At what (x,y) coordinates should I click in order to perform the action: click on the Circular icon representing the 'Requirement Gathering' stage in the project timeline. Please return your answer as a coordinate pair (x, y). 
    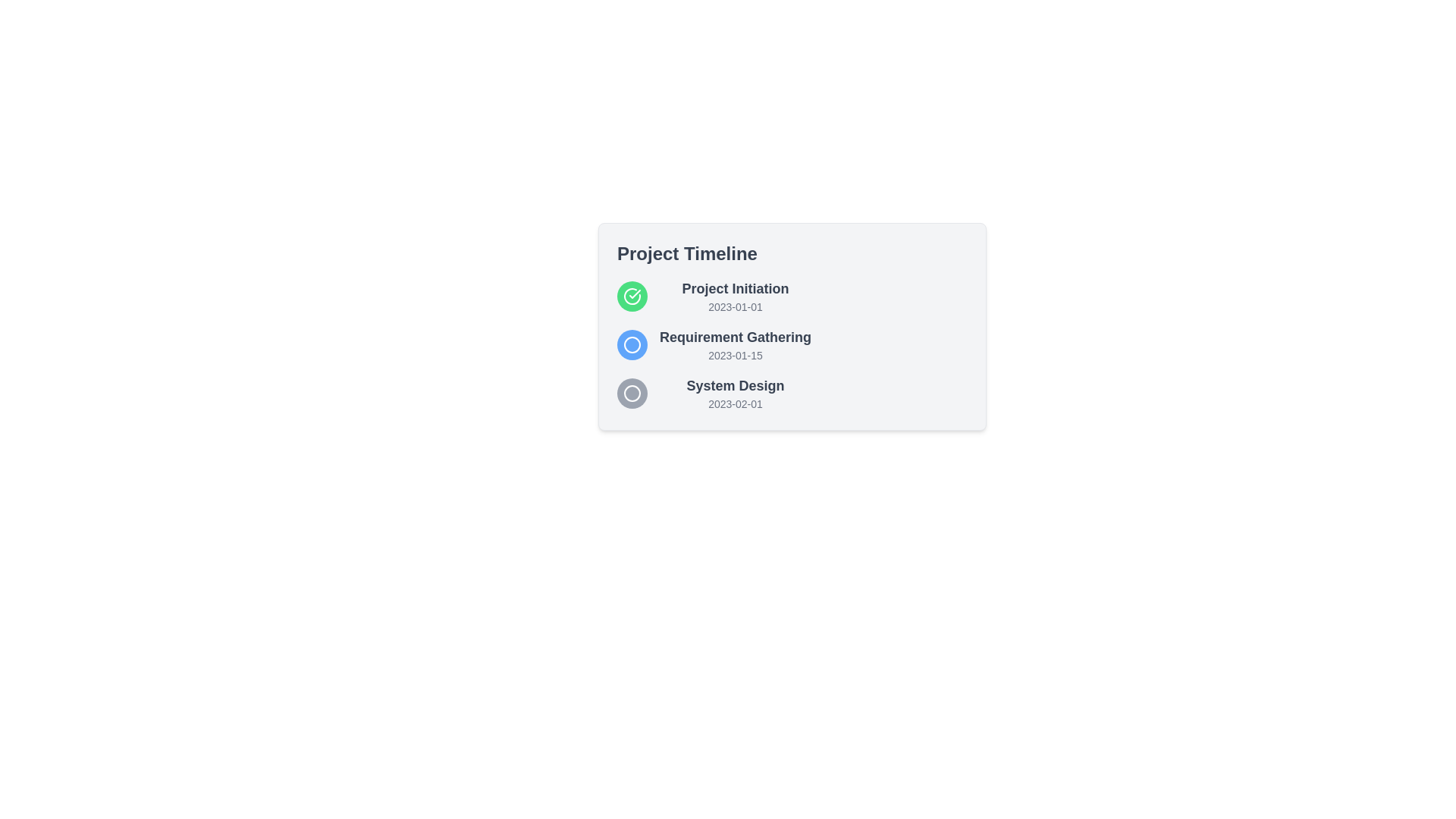
    Looking at the image, I should click on (632, 345).